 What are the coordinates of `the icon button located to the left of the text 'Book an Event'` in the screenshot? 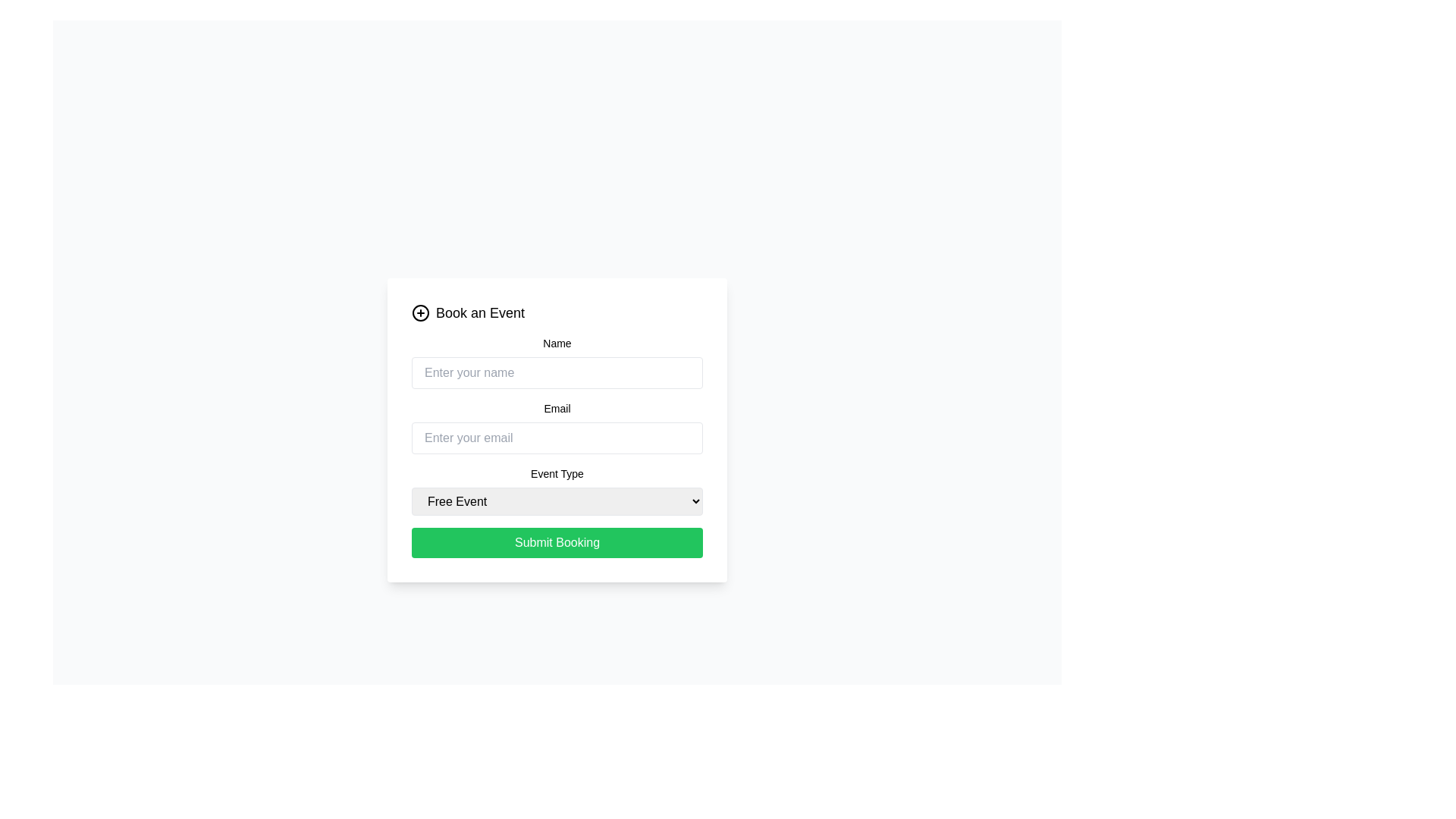 It's located at (421, 312).